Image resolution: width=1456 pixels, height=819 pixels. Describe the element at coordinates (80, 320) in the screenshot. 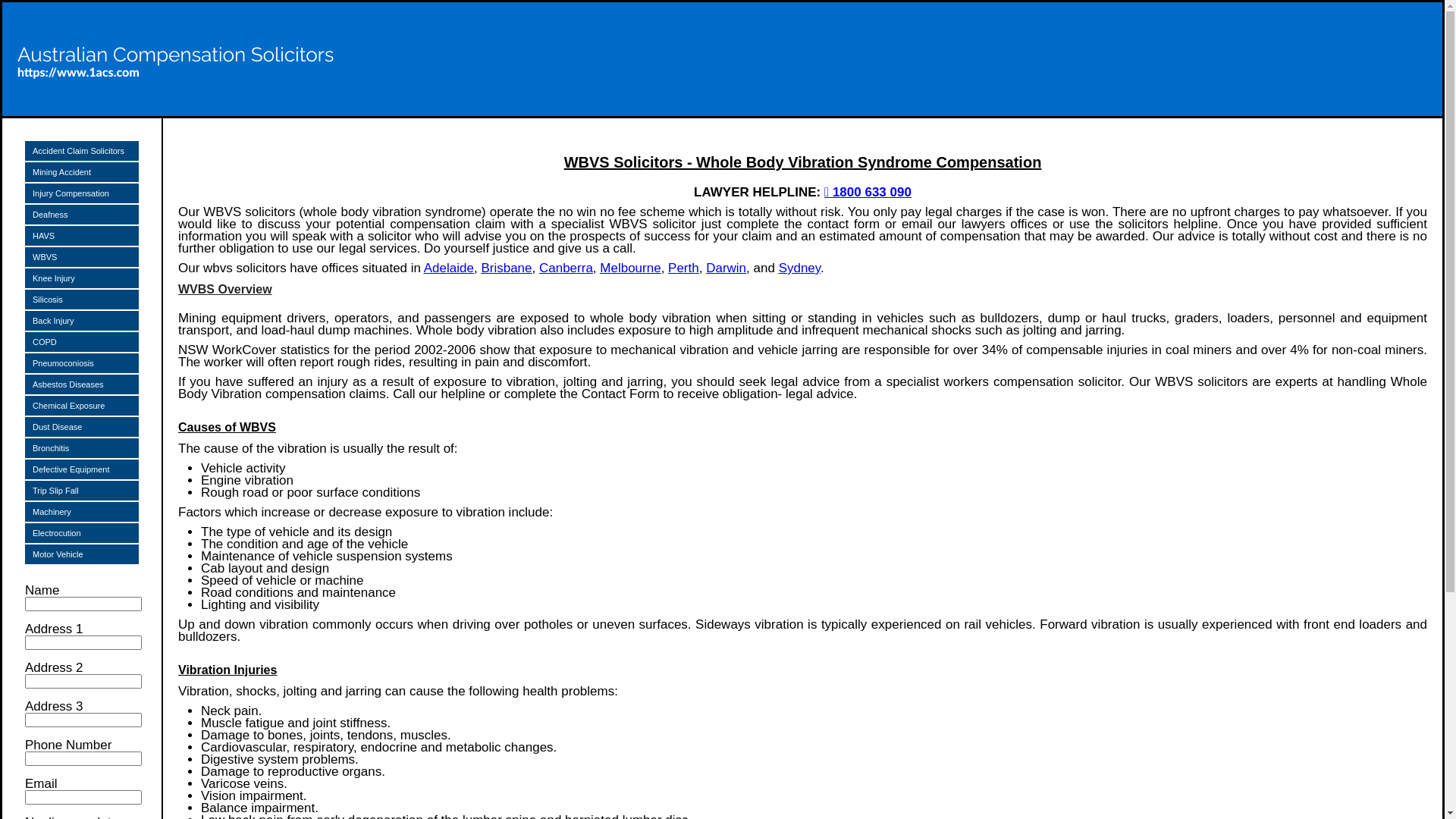

I see `'Back Injury'` at that location.